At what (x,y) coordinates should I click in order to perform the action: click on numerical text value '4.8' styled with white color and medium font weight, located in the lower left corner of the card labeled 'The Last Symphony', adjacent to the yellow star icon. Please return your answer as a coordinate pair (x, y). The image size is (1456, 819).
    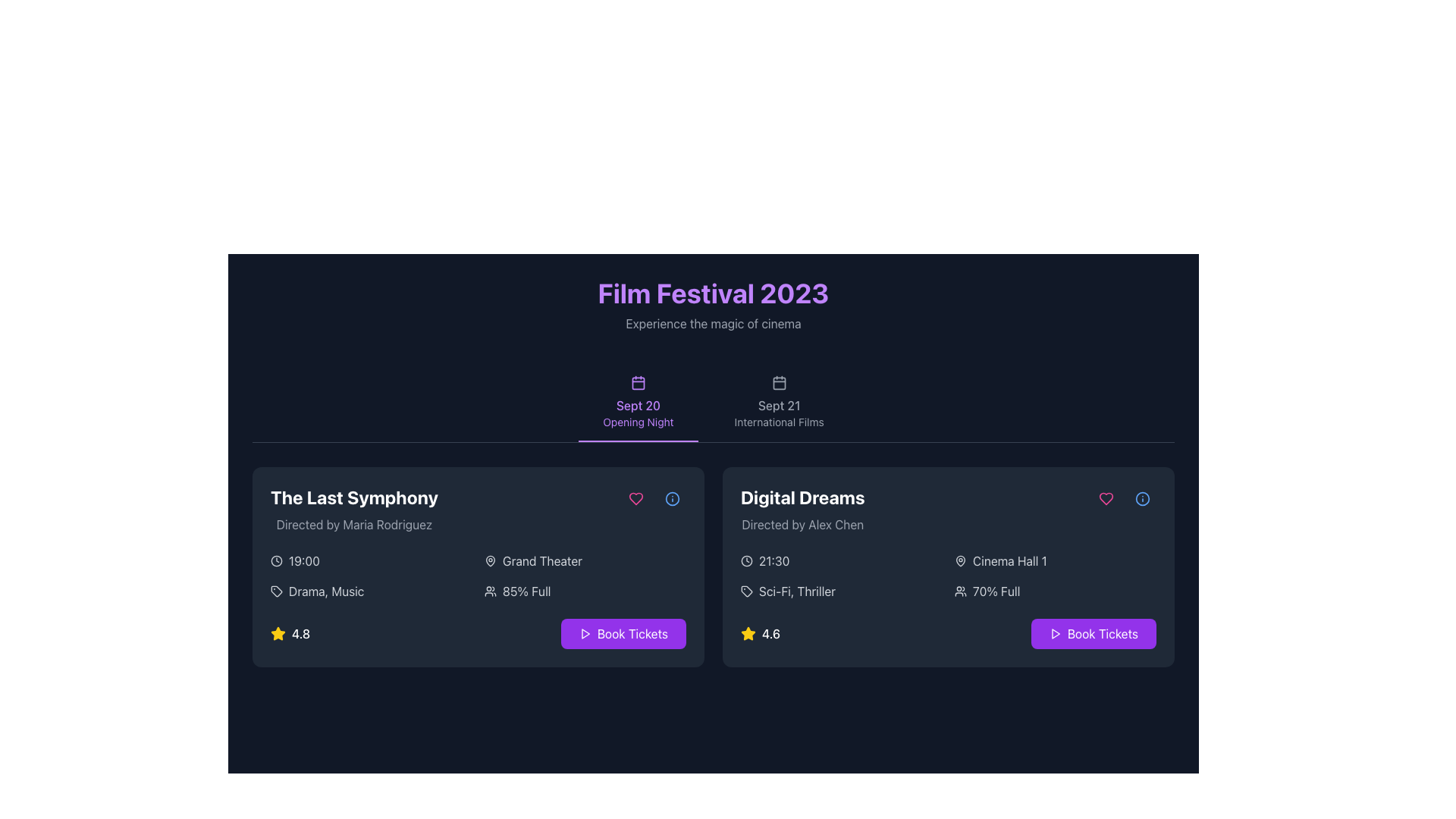
    Looking at the image, I should click on (301, 634).